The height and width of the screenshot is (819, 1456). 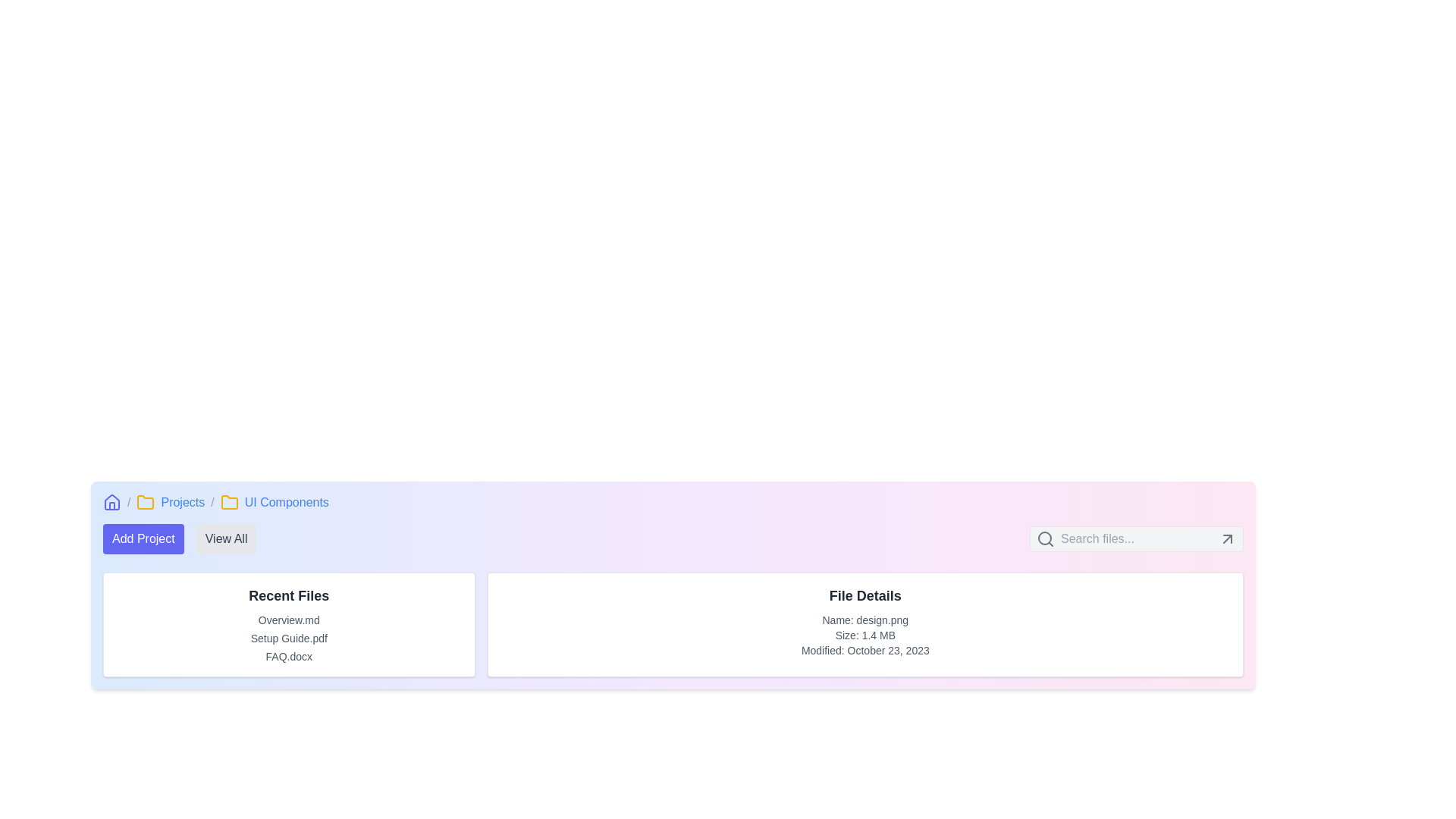 What do you see at coordinates (289, 656) in the screenshot?
I see `the non-interactive text label representing the file named 'FAQ.docx' which is the third item in the 'Recent Files' section` at bounding box center [289, 656].